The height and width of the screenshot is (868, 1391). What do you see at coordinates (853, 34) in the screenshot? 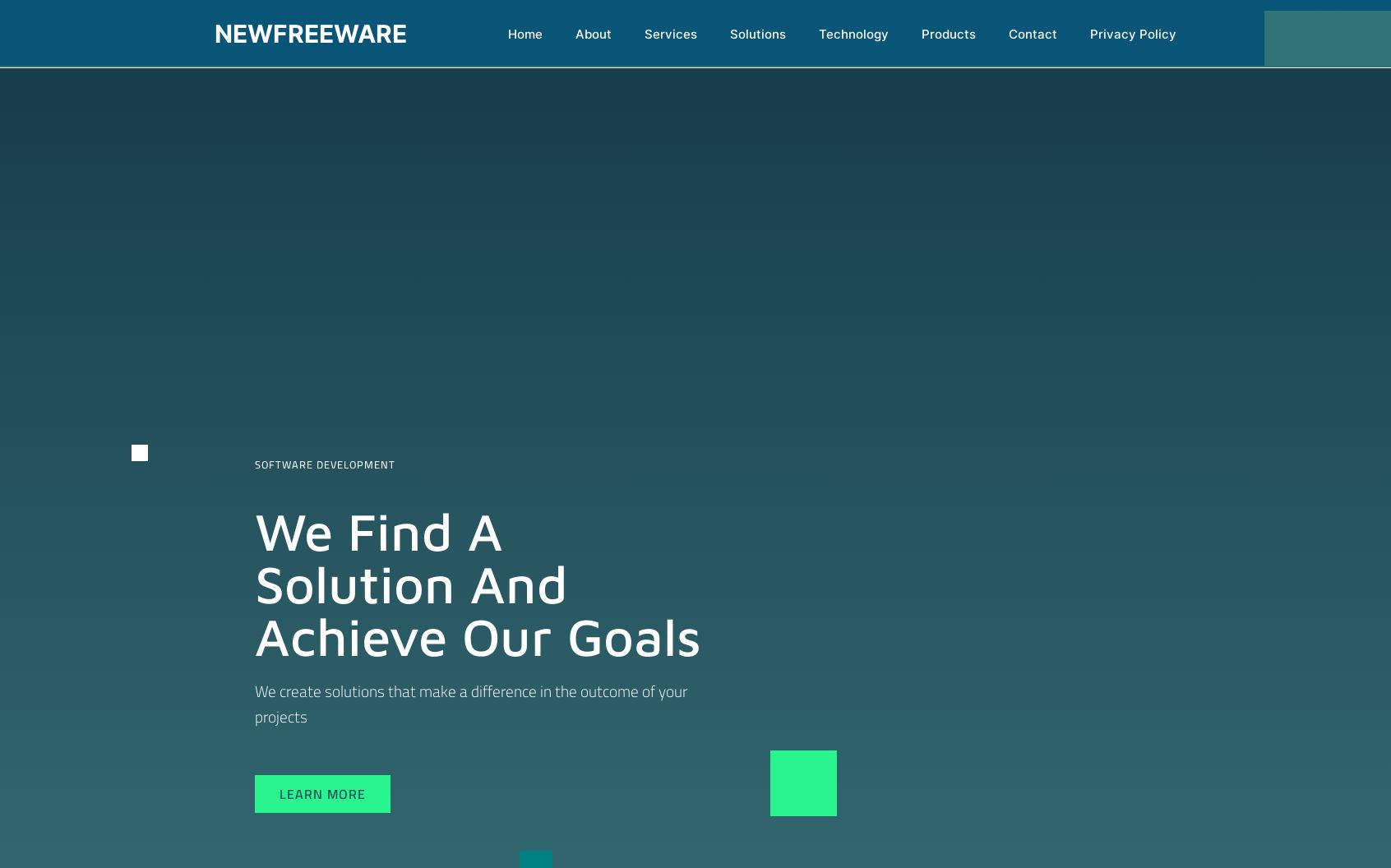
I see `'Technology'` at bounding box center [853, 34].